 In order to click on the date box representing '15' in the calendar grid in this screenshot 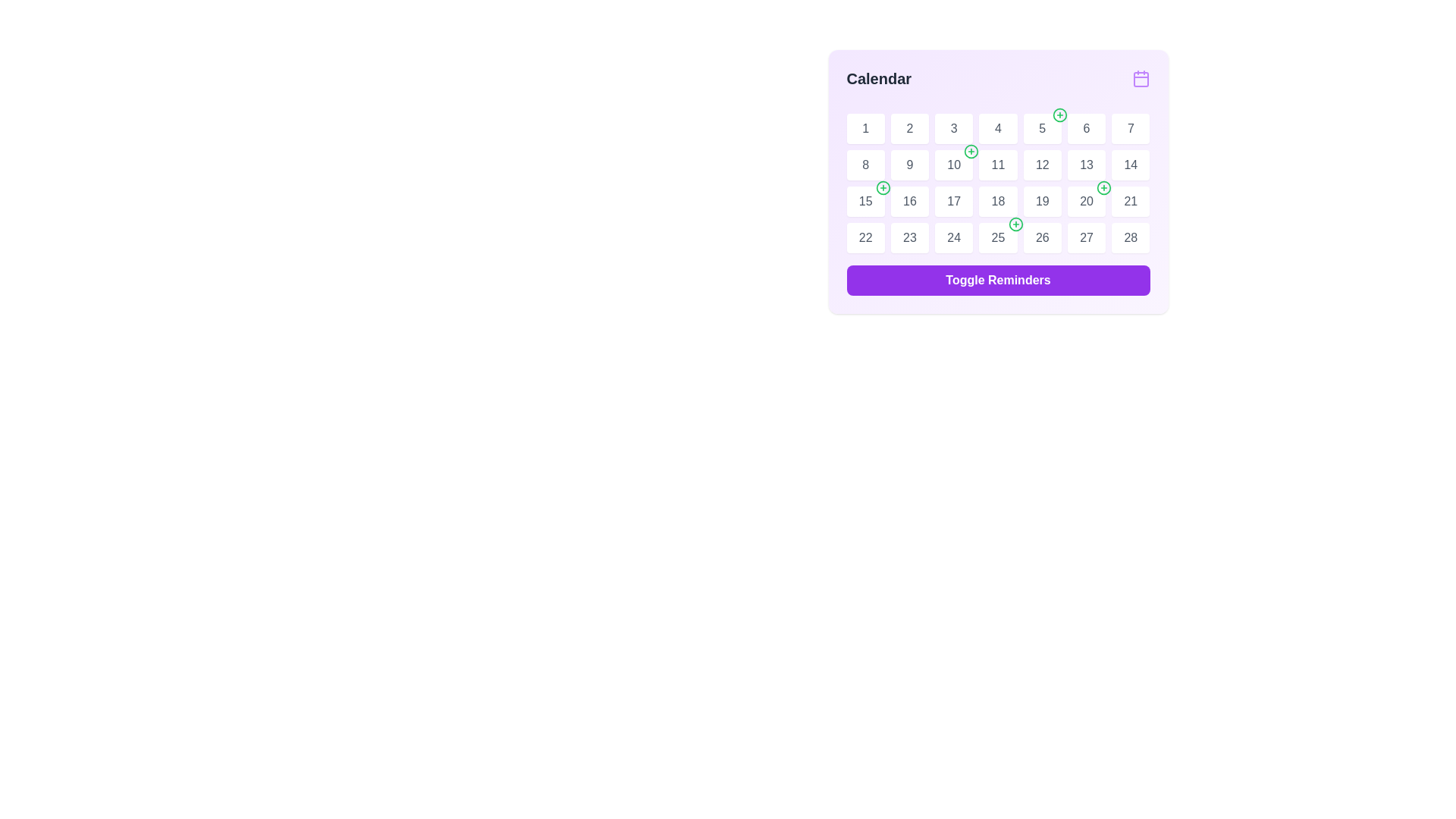, I will do `click(865, 201)`.